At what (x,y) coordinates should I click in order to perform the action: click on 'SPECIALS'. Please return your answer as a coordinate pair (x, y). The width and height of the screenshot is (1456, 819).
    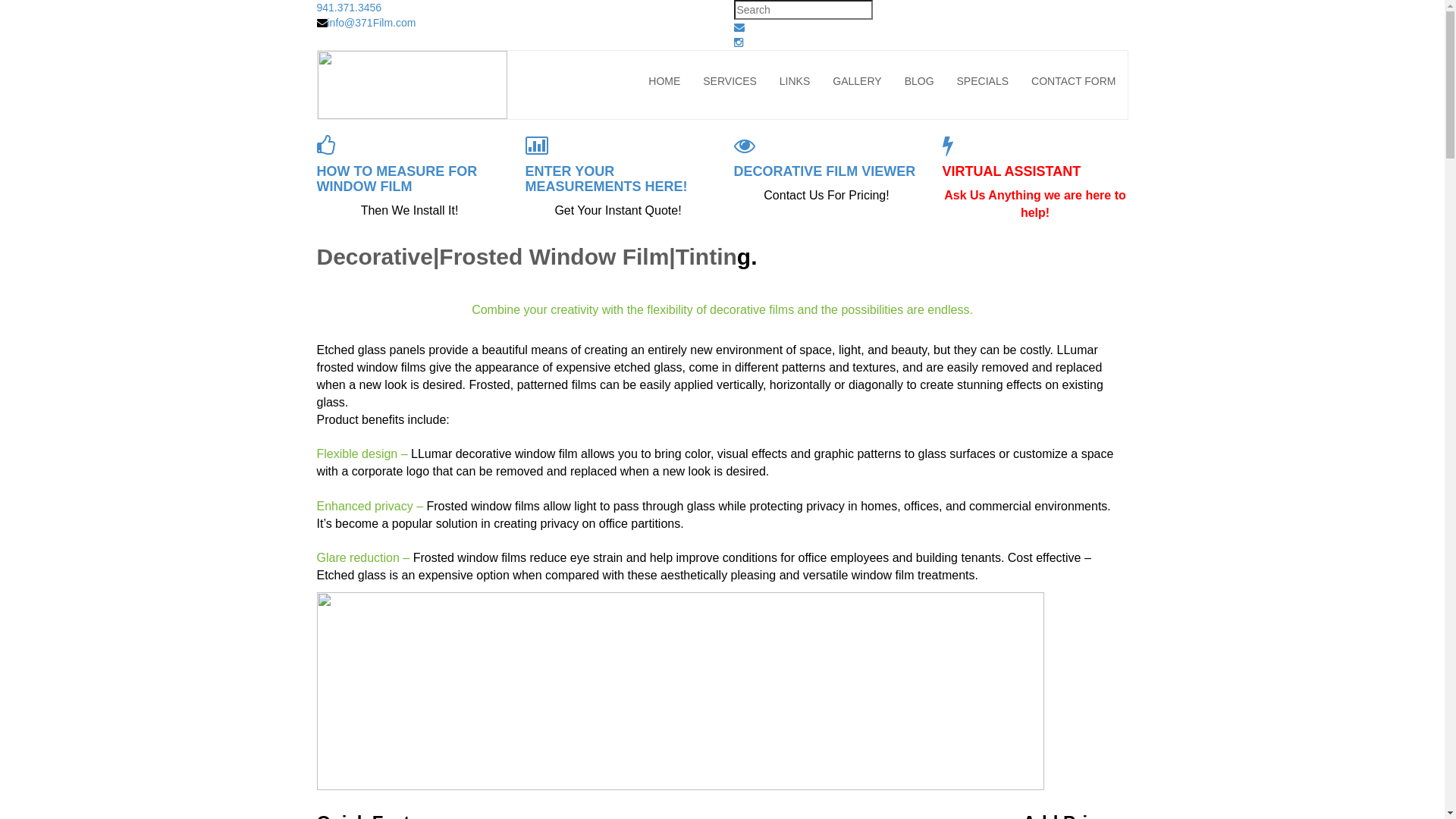
    Looking at the image, I should click on (983, 81).